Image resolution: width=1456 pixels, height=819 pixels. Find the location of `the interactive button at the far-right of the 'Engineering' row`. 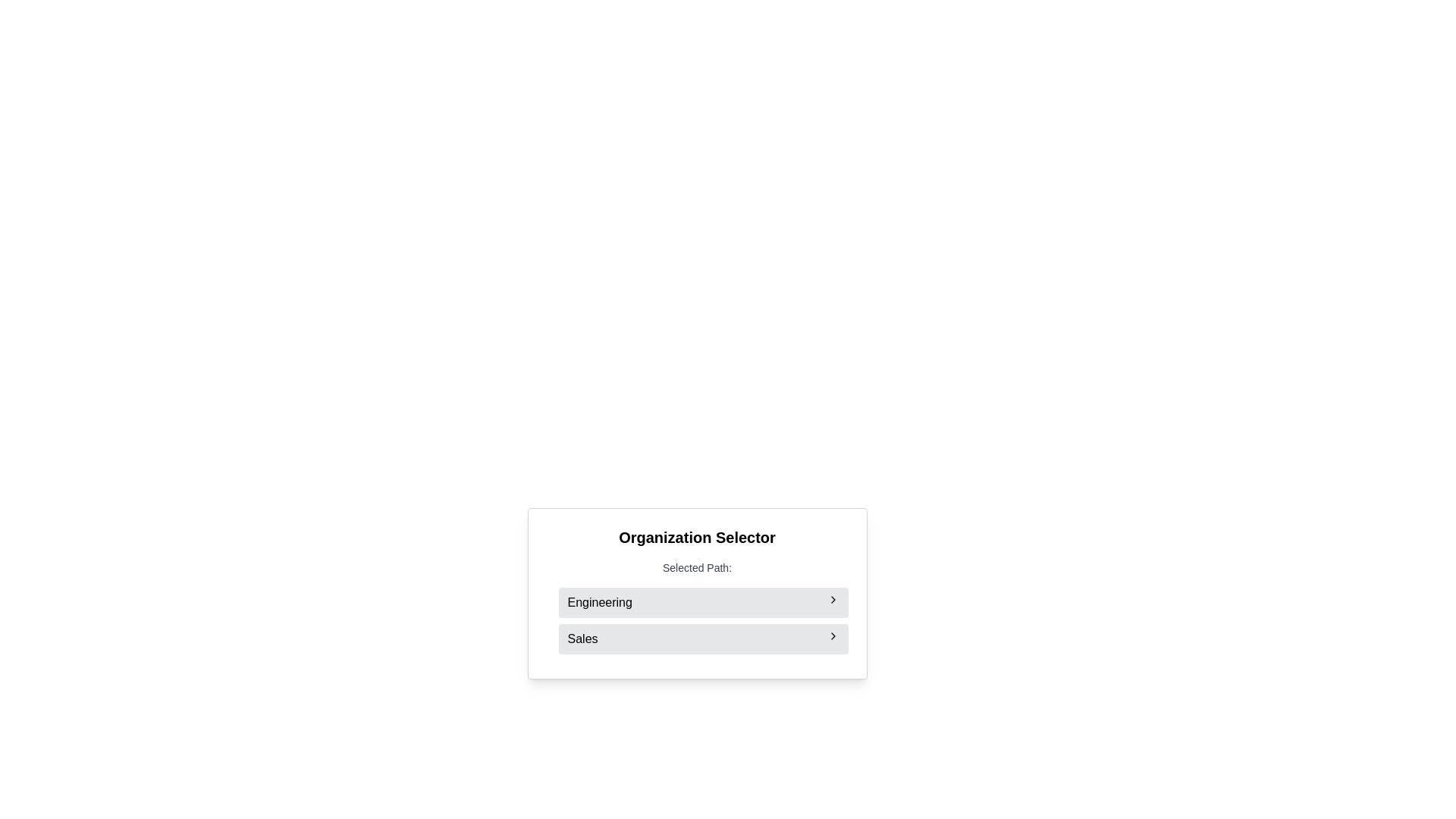

the interactive button at the far-right of the 'Engineering' row is located at coordinates (832, 598).